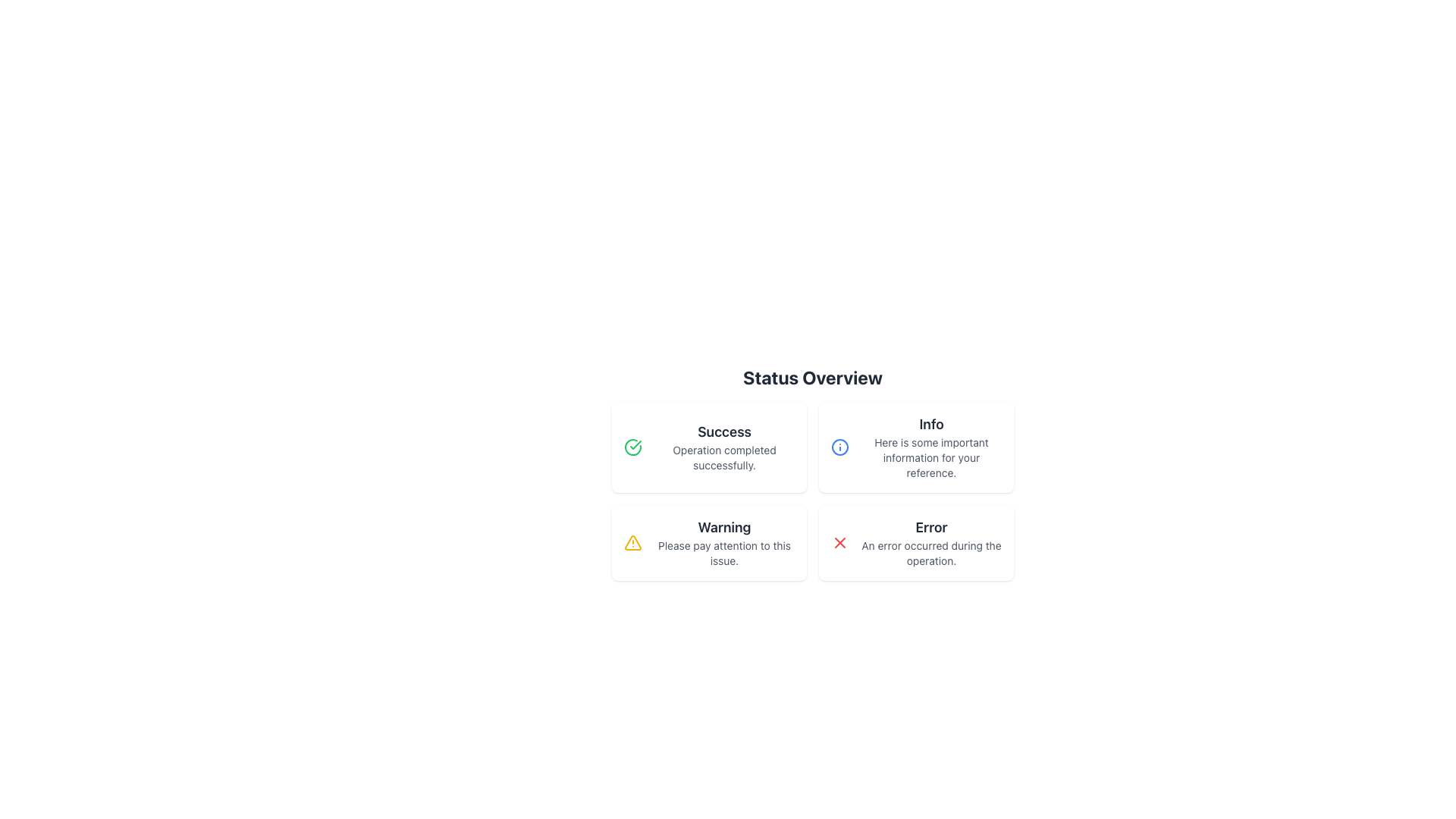 Image resolution: width=1456 pixels, height=819 pixels. I want to click on cautionary text located directly below the 'Warning' heading in the bottom-left section of the 'Status Overview' grid, so click(723, 553).